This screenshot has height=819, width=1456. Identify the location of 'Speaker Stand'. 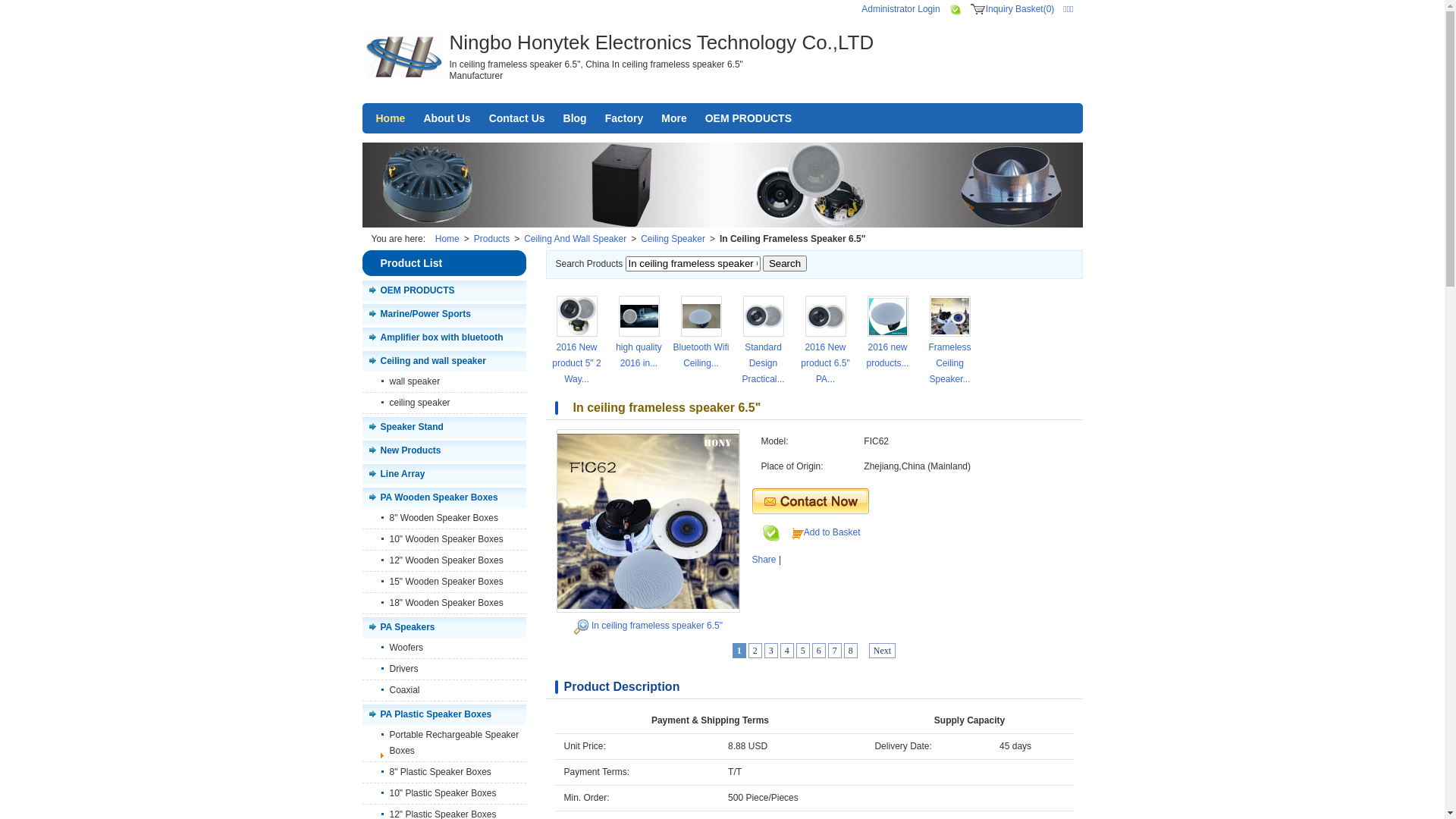
(443, 427).